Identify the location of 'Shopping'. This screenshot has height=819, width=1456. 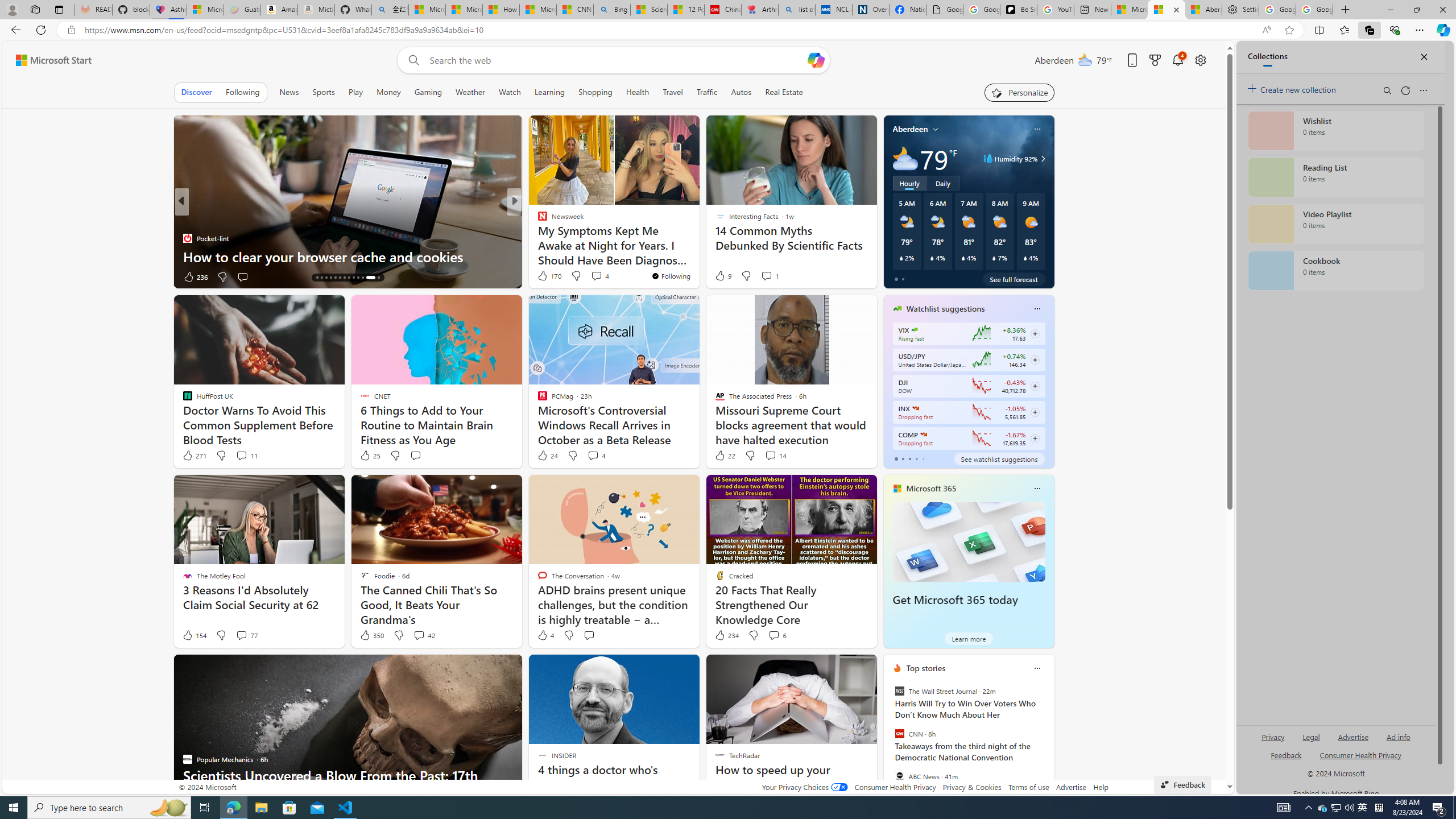
(595, 92).